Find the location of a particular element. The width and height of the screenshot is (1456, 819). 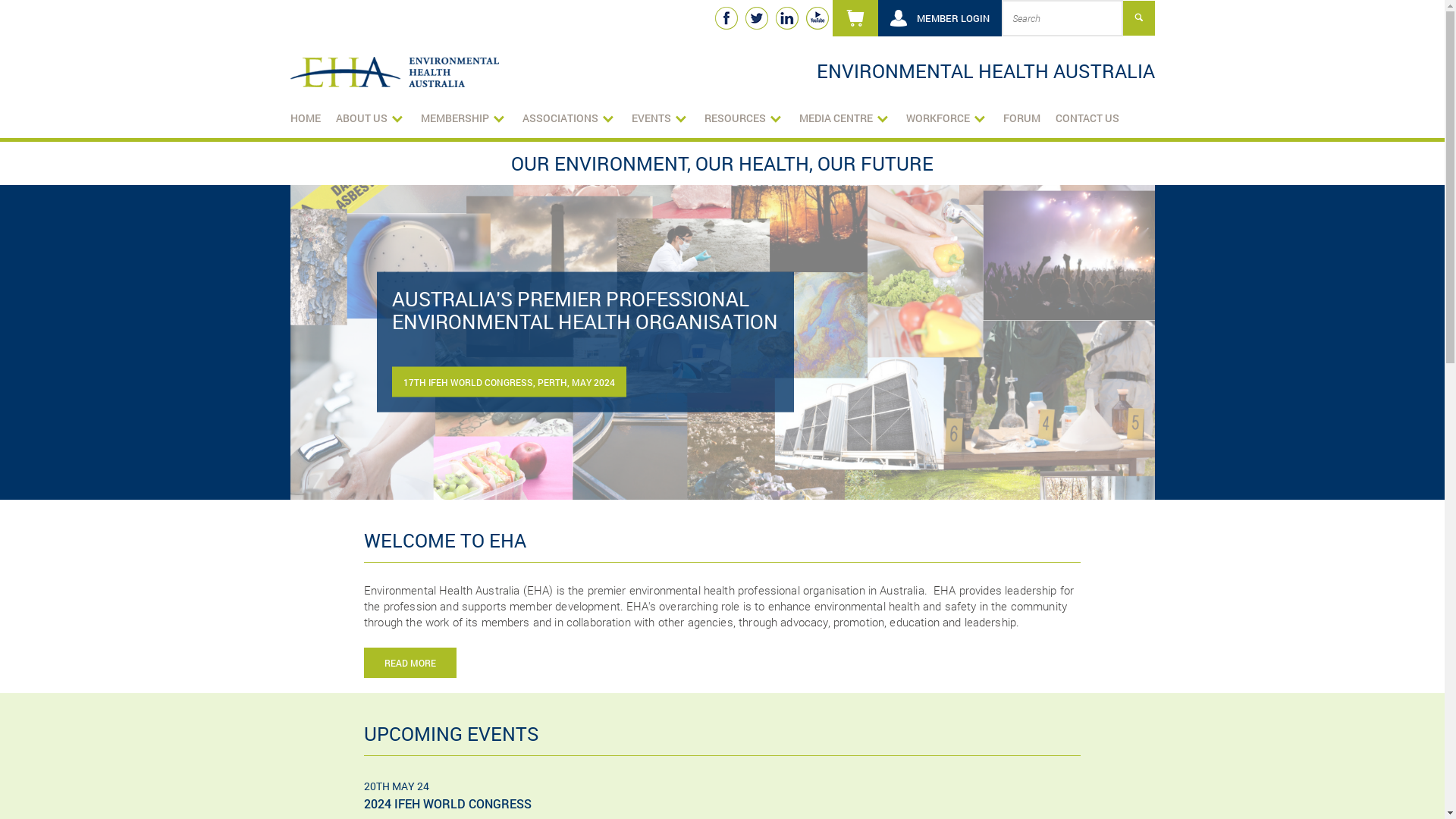

'CONTACT US' is located at coordinates (1087, 117).